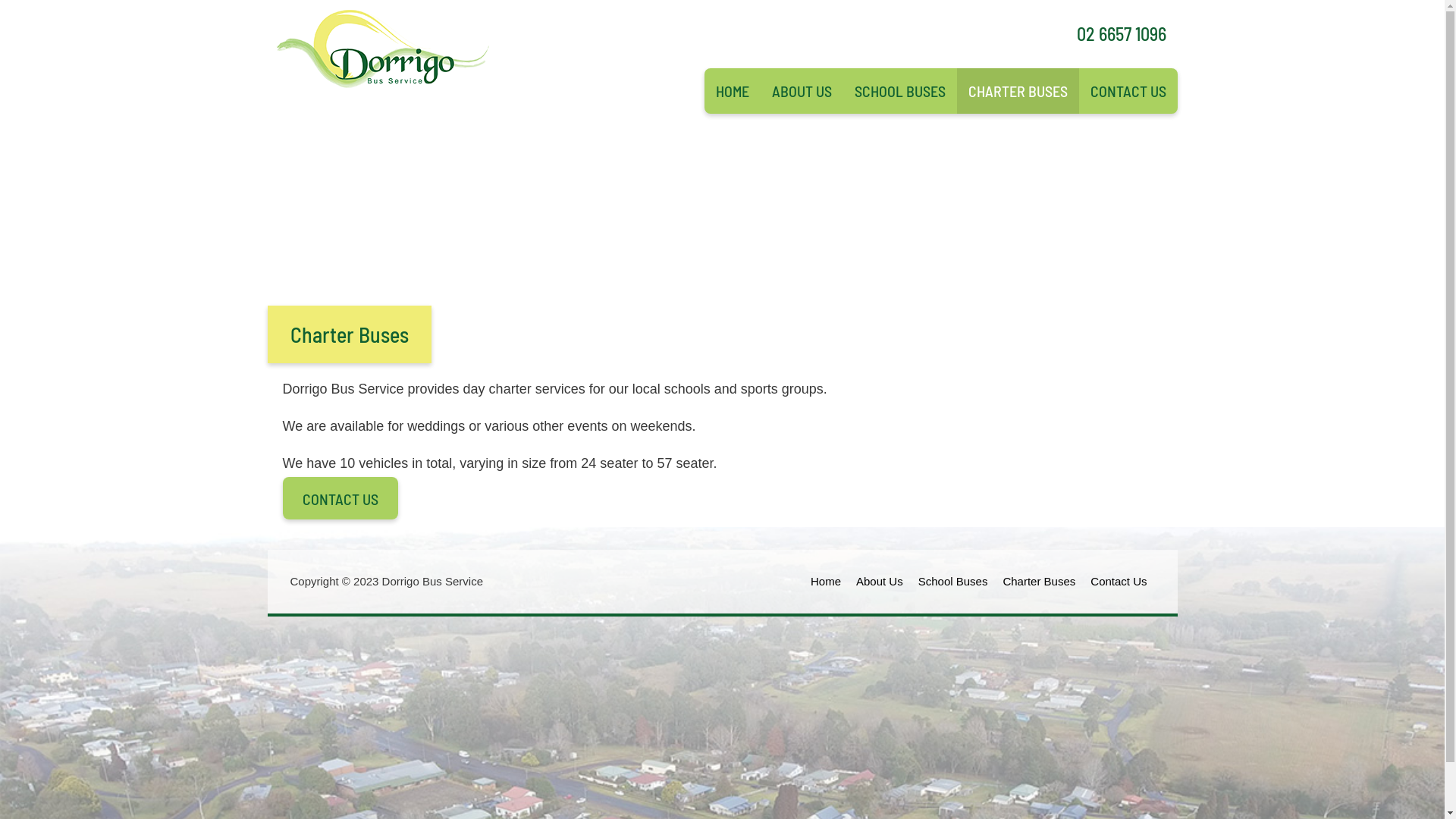 The width and height of the screenshot is (1456, 819). What do you see at coordinates (1118, 581) in the screenshot?
I see `'Contact Us'` at bounding box center [1118, 581].